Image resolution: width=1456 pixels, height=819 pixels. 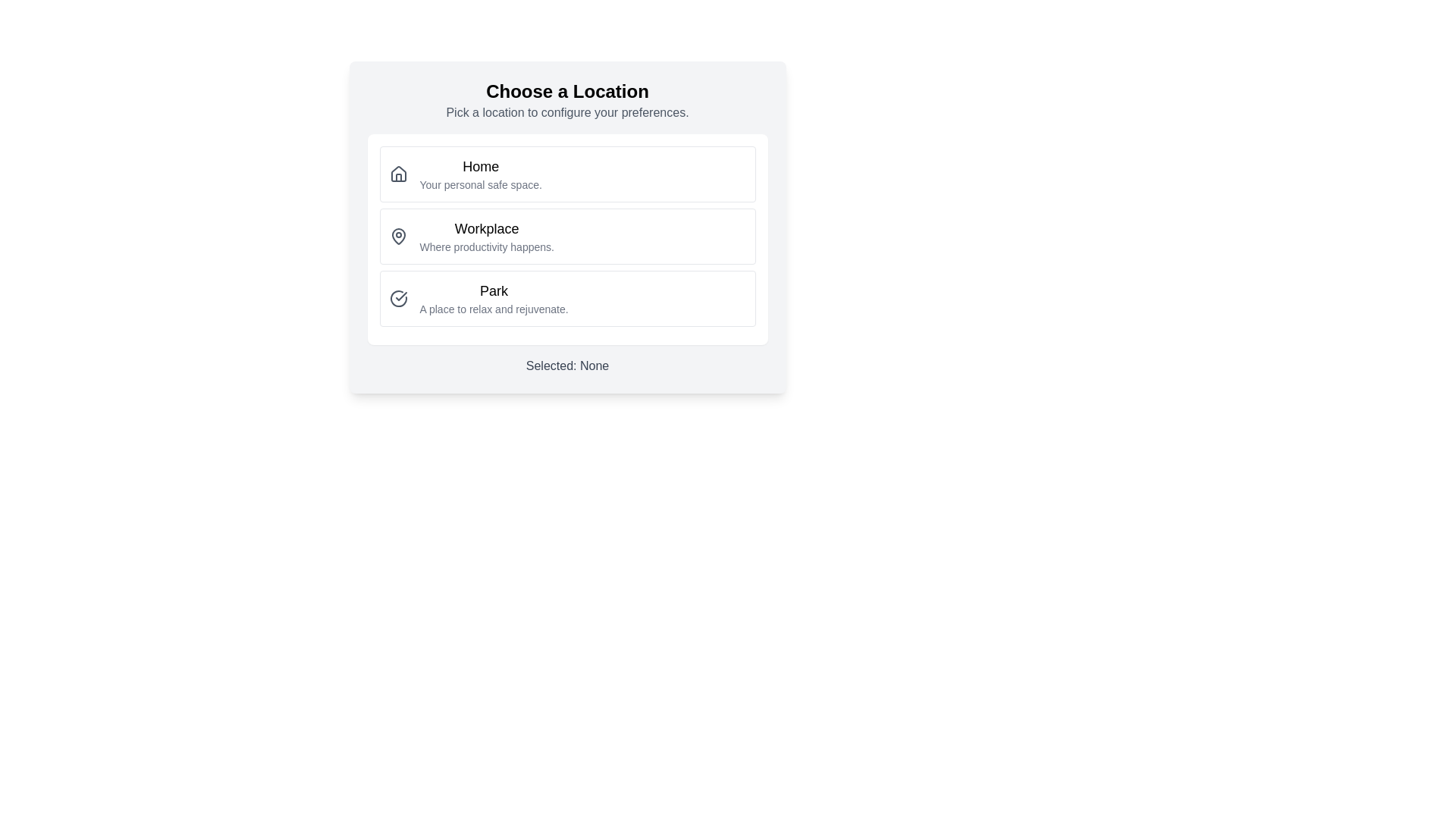 I want to click on the static text label that identifies the first option in the series of selectable cards, located within the topmost card under the heading 'Choose a Location' and above the subtitle 'Your personal safe space.', so click(x=480, y=166).